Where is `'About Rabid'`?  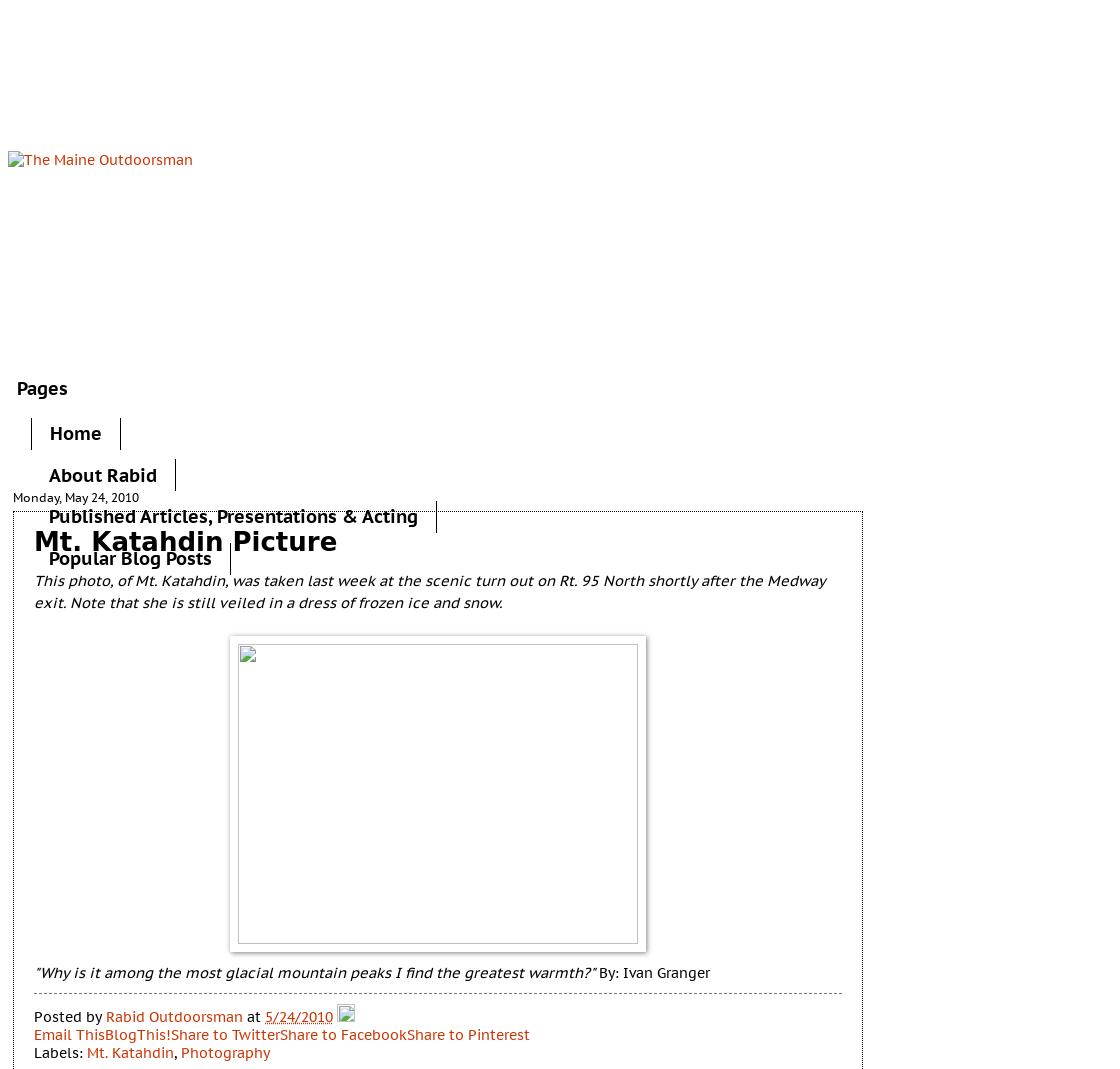 'About Rabid' is located at coordinates (103, 473).